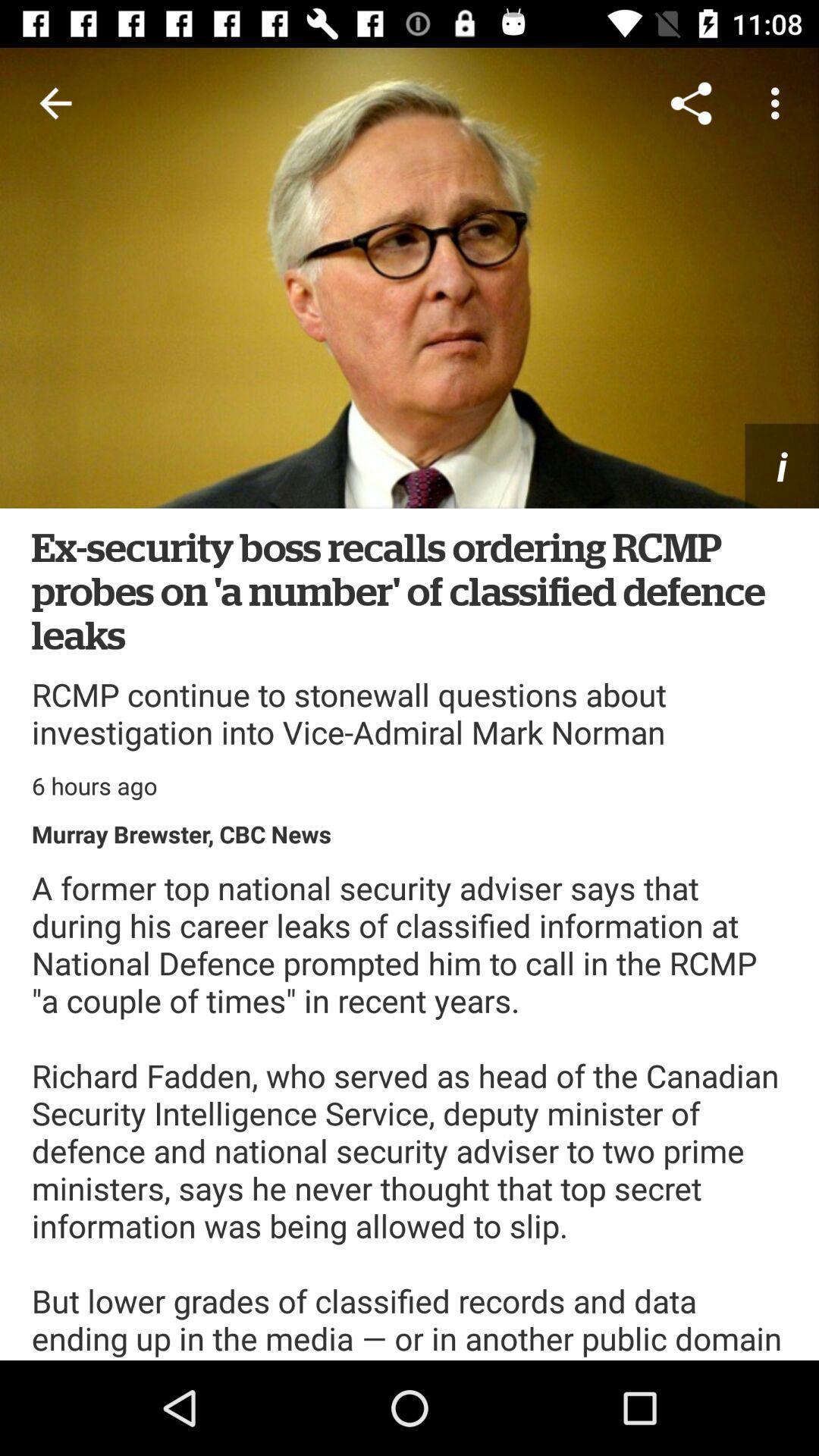  What do you see at coordinates (782, 465) in the screenshot?
I see `i icon` at bounding box center [782, 465].